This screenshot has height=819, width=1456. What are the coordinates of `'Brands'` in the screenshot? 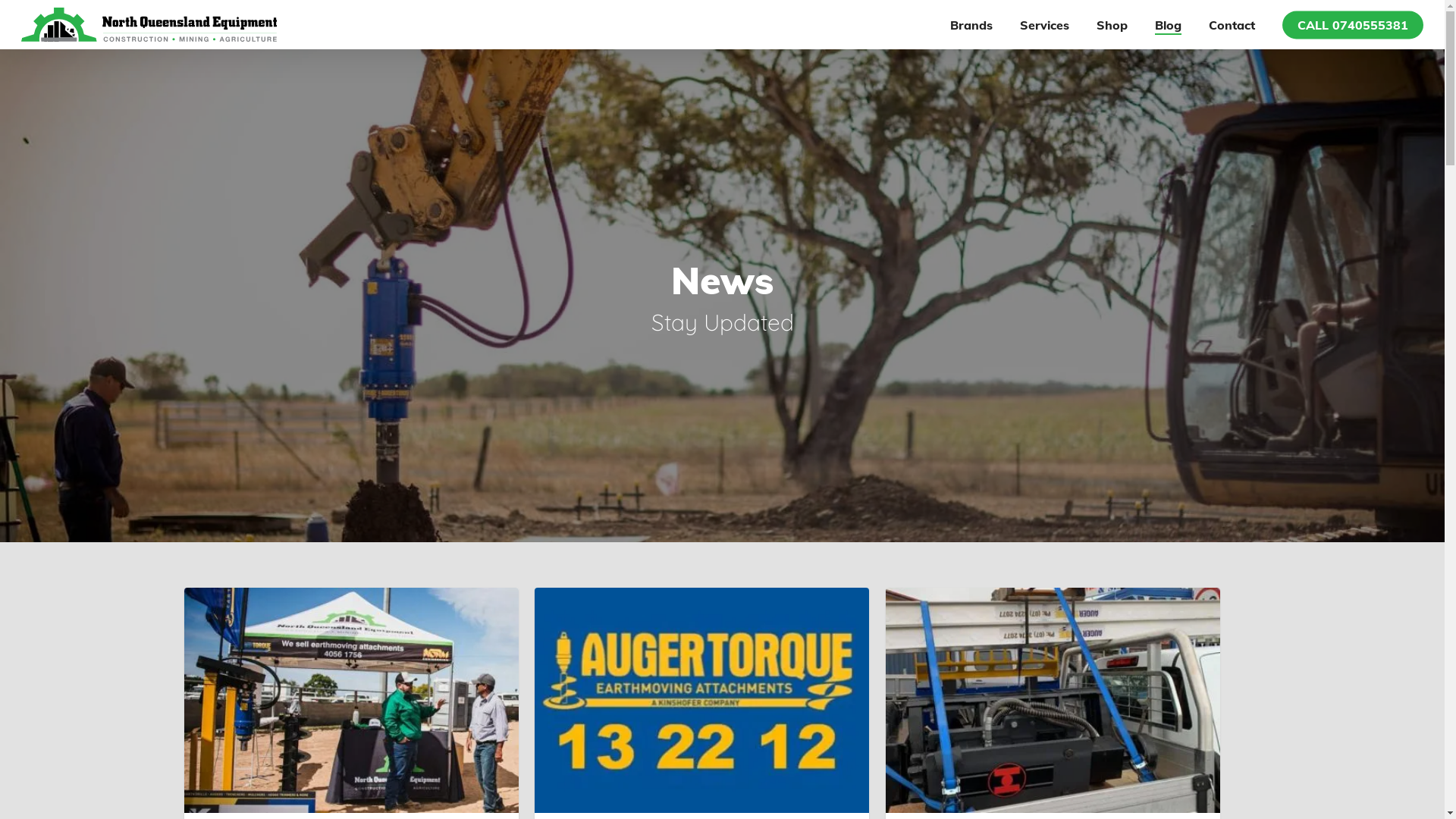 It's located at (971, 24).